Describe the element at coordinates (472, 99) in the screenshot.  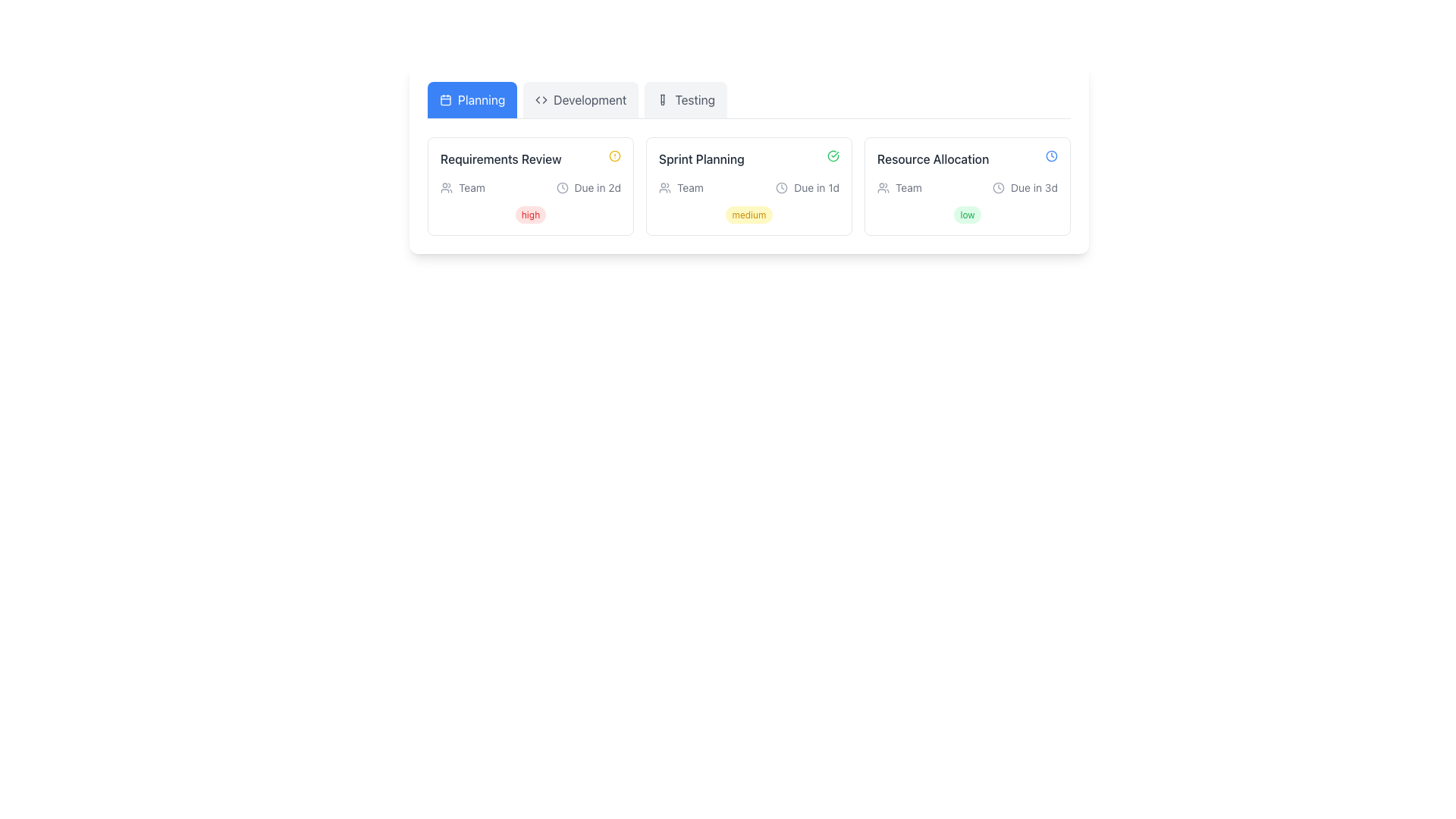
I see `the 'Planning' tab, which has a blue background and white text with a calendar icon` at that location.